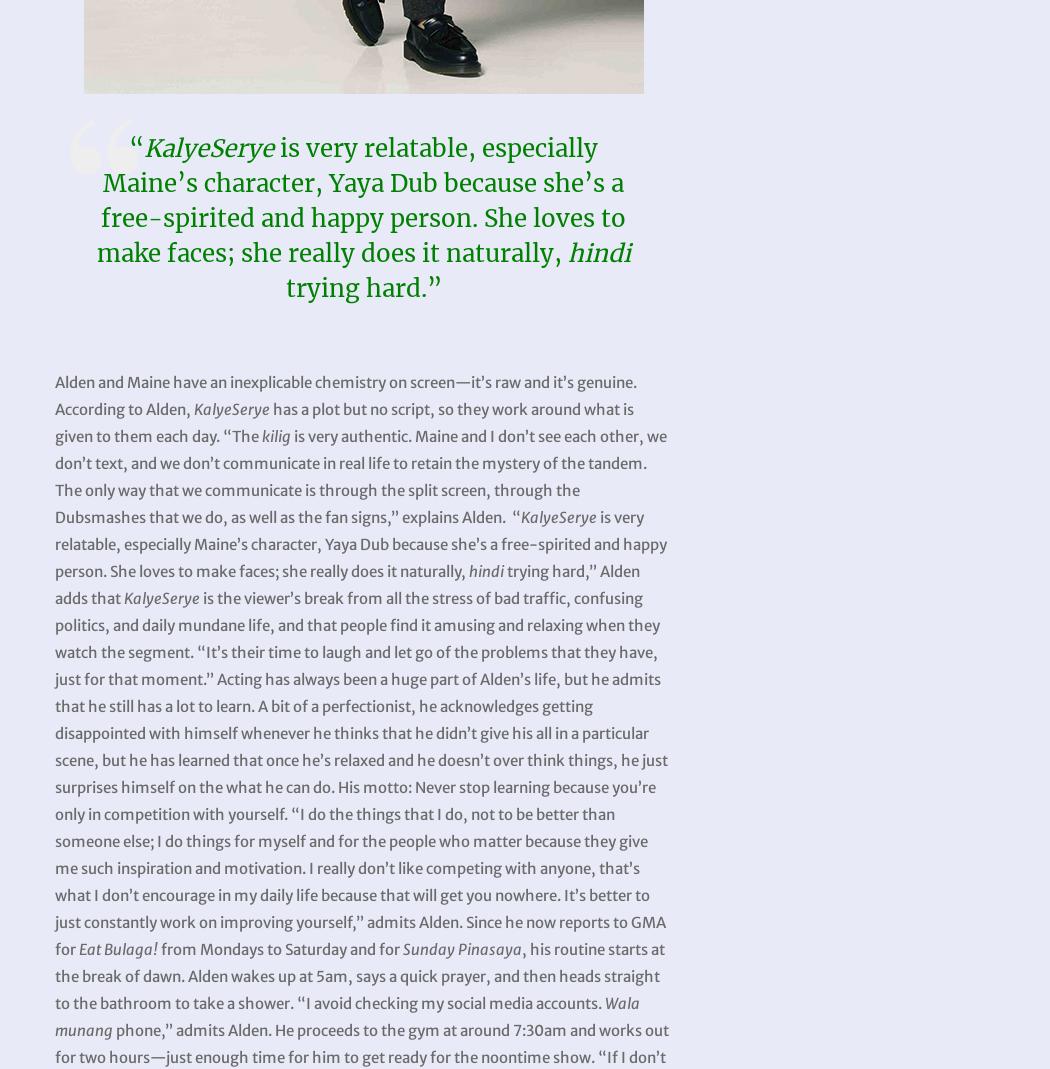  I want to click on 'trying hard.”', so click(361, 286).